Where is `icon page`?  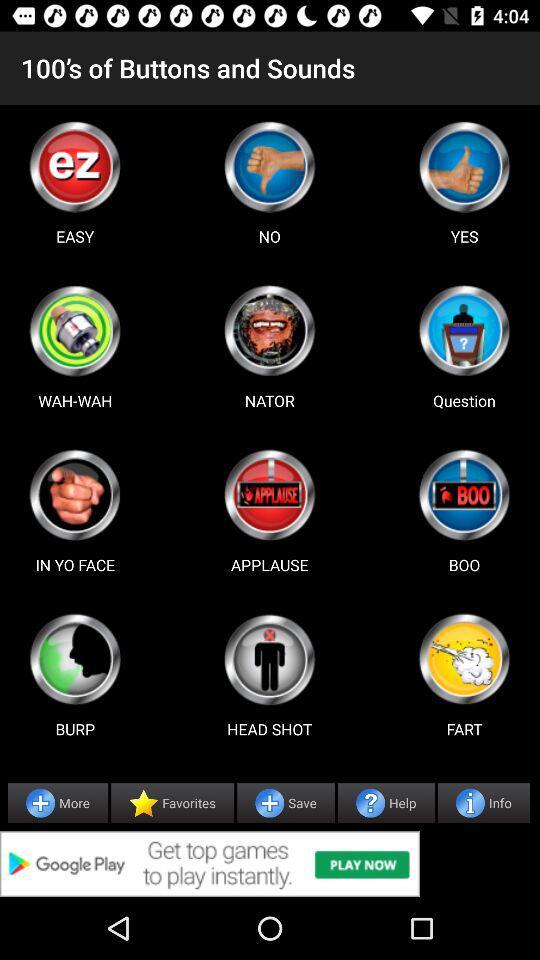
icon page is located at coordinates (464, 658).